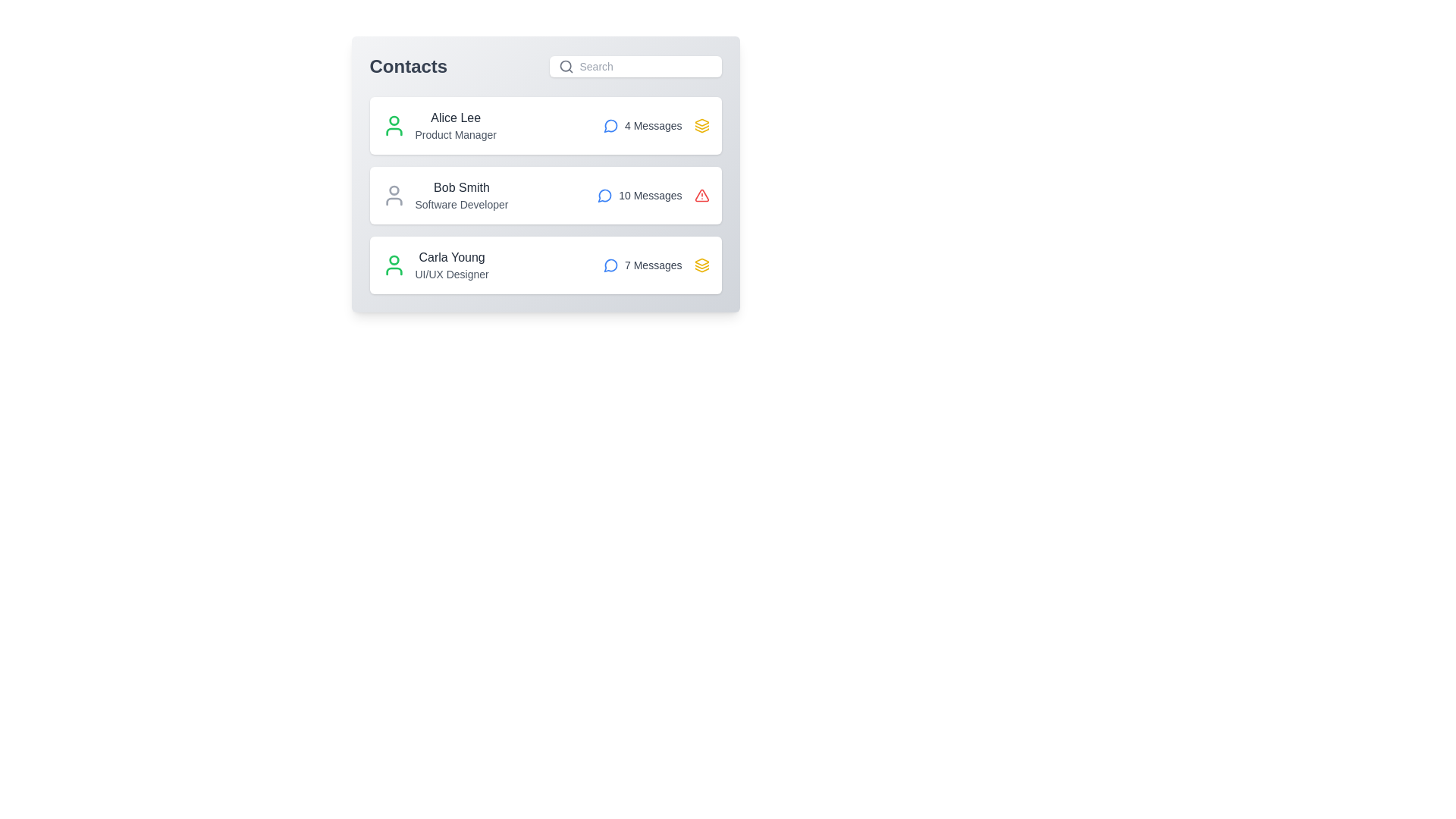 Image resolution: width=1456 pixels, height=819 pixels. I want to click on the contact name Bob Smith to focus or select it, so click(461, 187).